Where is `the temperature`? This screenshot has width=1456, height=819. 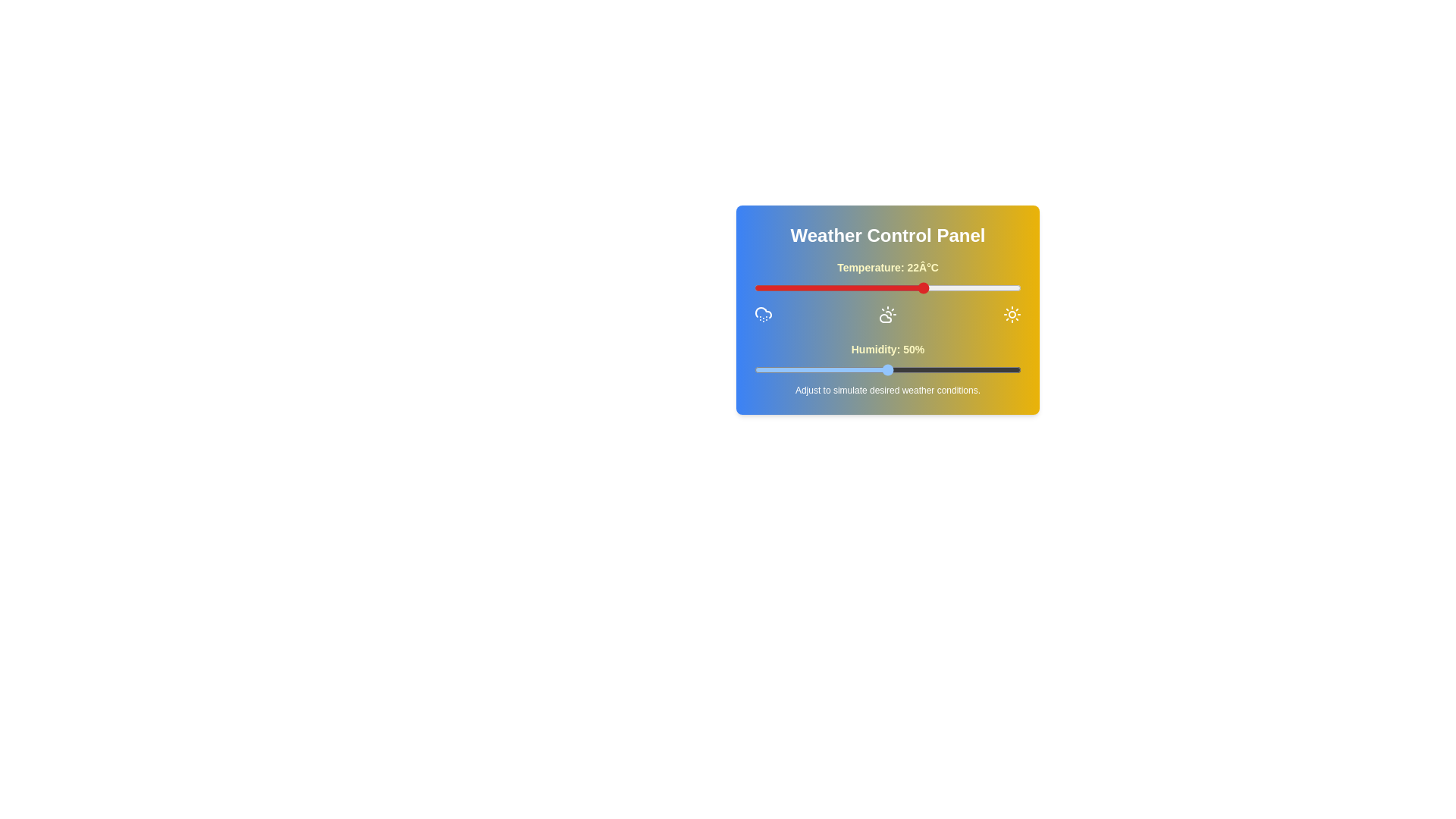 the temperature is located at coordinates (812, 288).